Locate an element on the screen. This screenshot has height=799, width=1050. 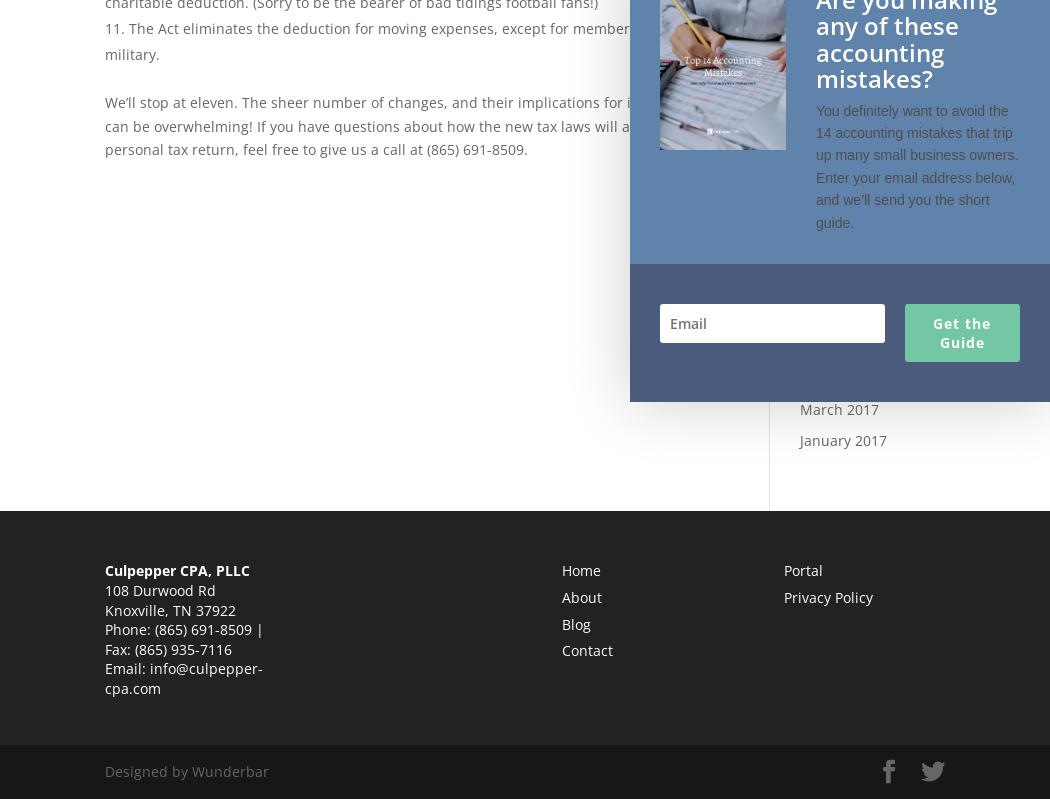
'July 2018' is located at coordinates (828, 100).